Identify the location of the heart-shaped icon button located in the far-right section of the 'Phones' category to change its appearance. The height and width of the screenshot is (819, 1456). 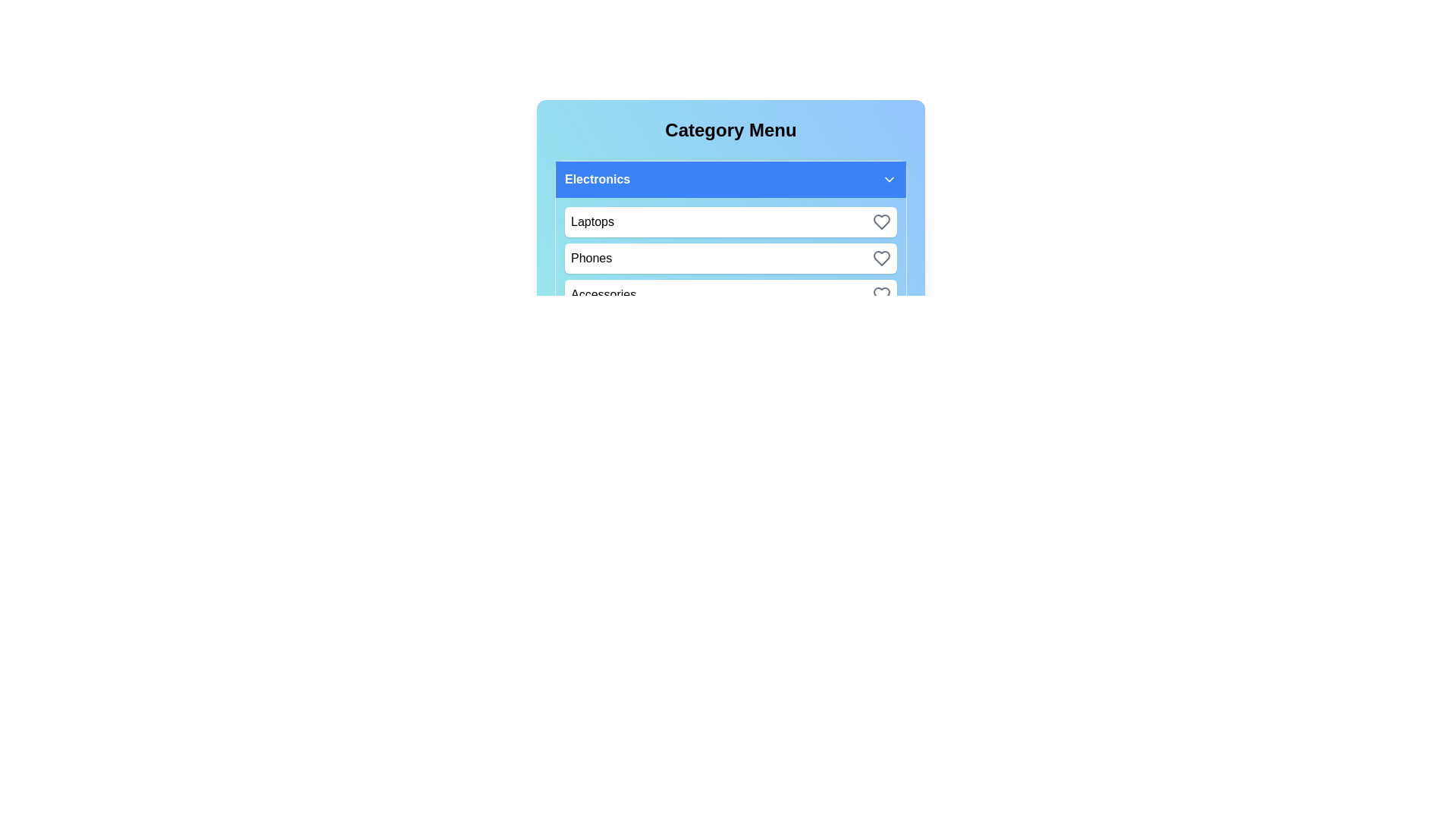
(881, 257).